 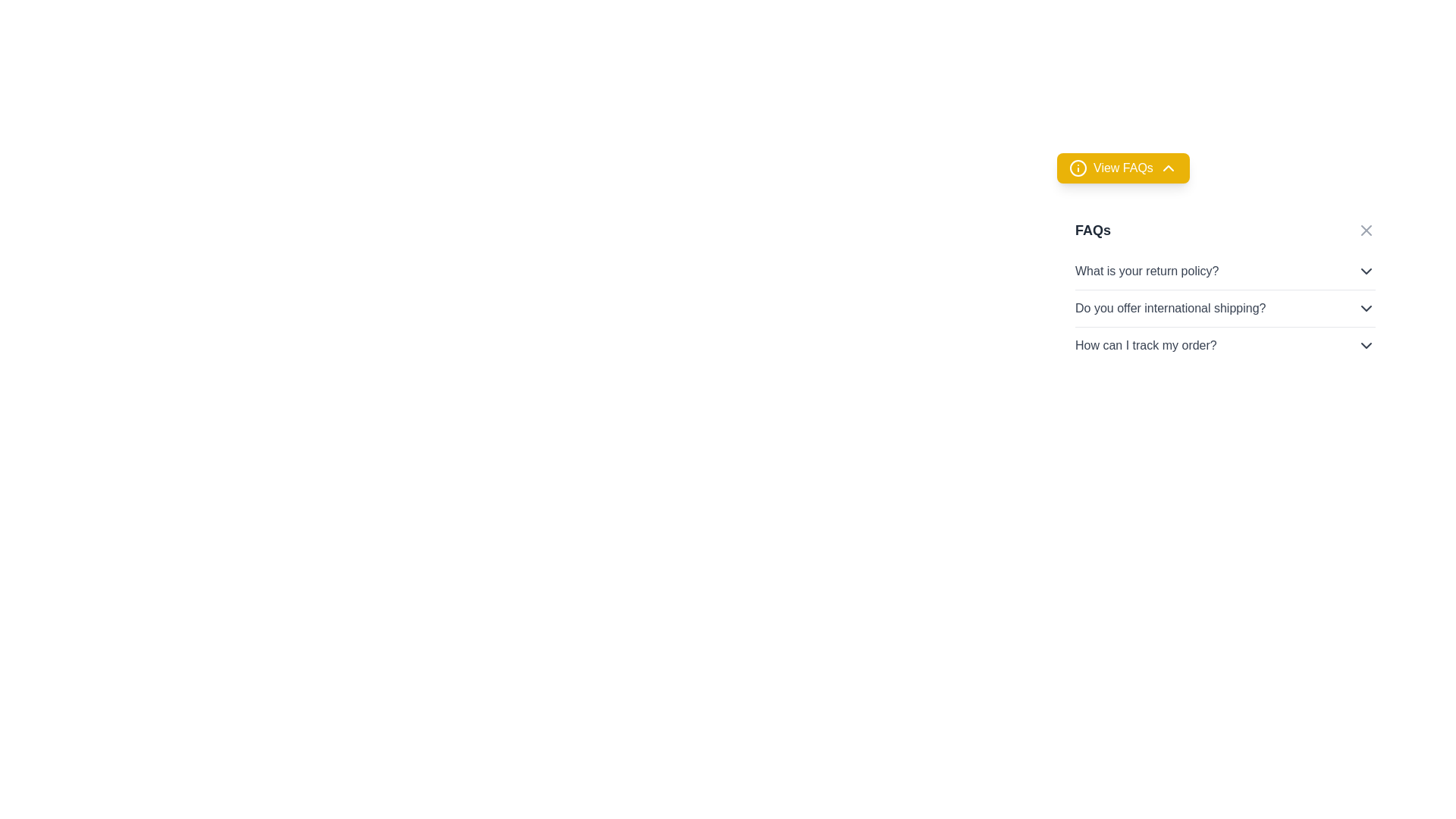 I want to click on the SVG Circle Element located at the top-left part of the FAQ button, which is a circular shape with a radius of 10 units, so click(x=1077, y=168).